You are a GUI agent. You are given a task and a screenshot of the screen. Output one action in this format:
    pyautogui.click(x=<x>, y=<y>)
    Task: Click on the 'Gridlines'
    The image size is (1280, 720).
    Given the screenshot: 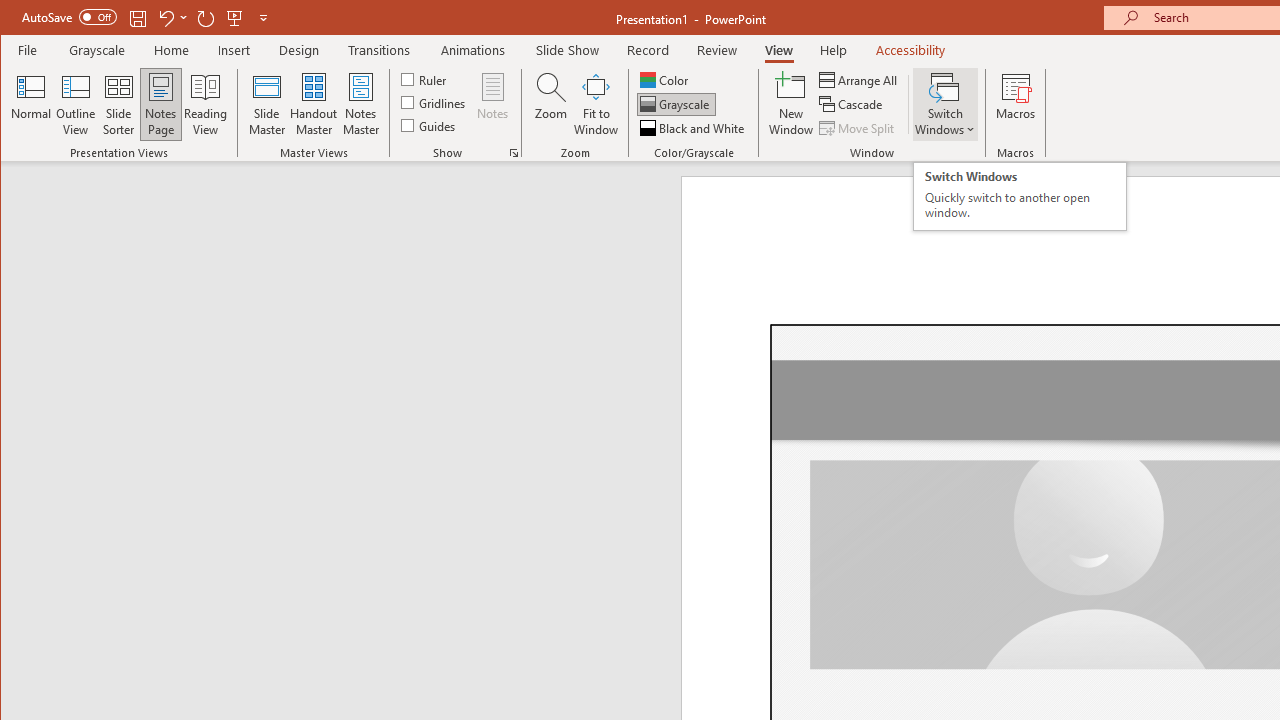 What is the action you would take?
    pyautogui.click(x=434, y=102)
    